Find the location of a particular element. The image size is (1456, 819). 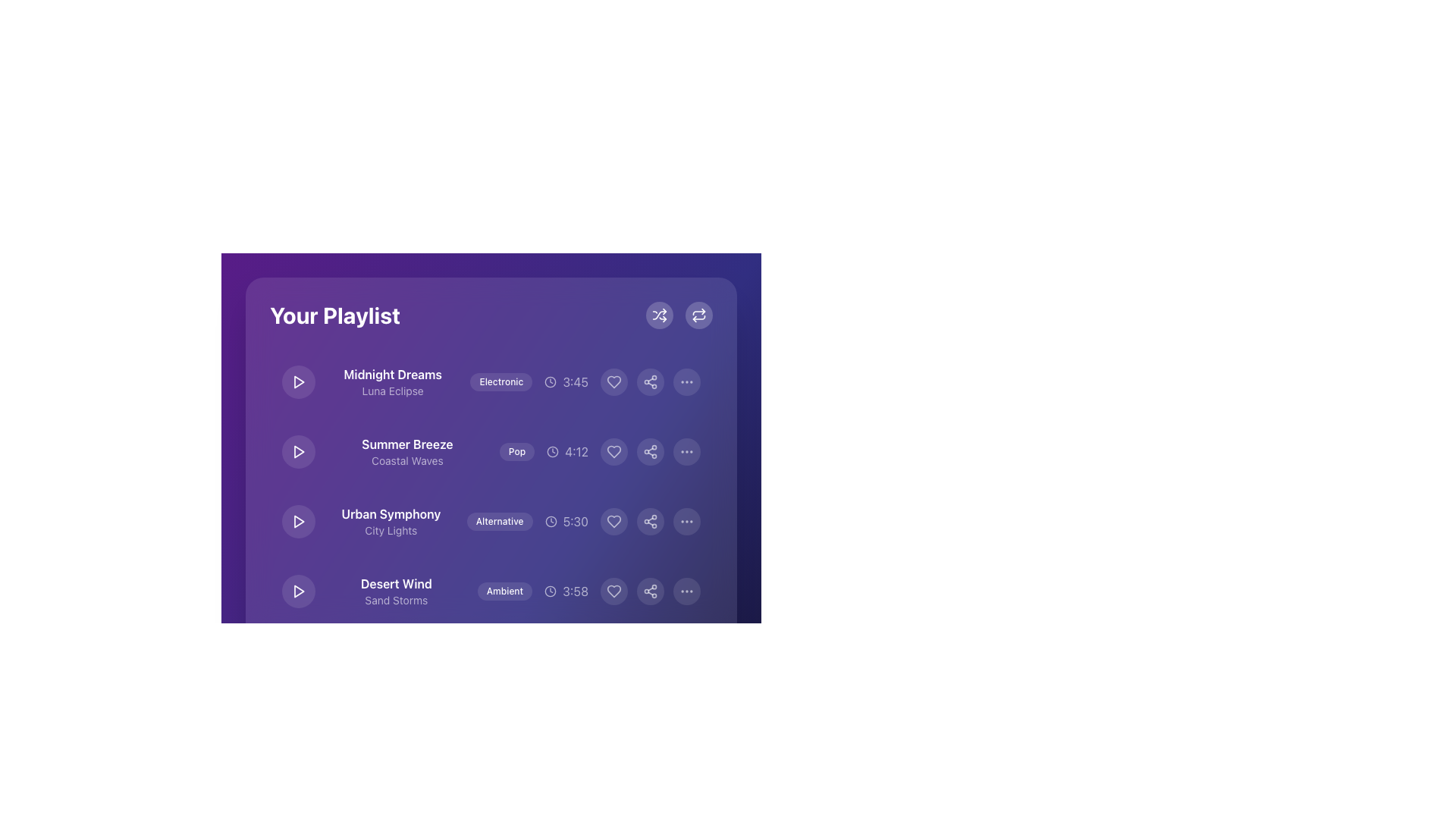

the circular sharing button located as the third interactive button in a horizontal group aligned to the right of the track information section for the 'Summer Breeze' song is located at coordinates (651, 451).